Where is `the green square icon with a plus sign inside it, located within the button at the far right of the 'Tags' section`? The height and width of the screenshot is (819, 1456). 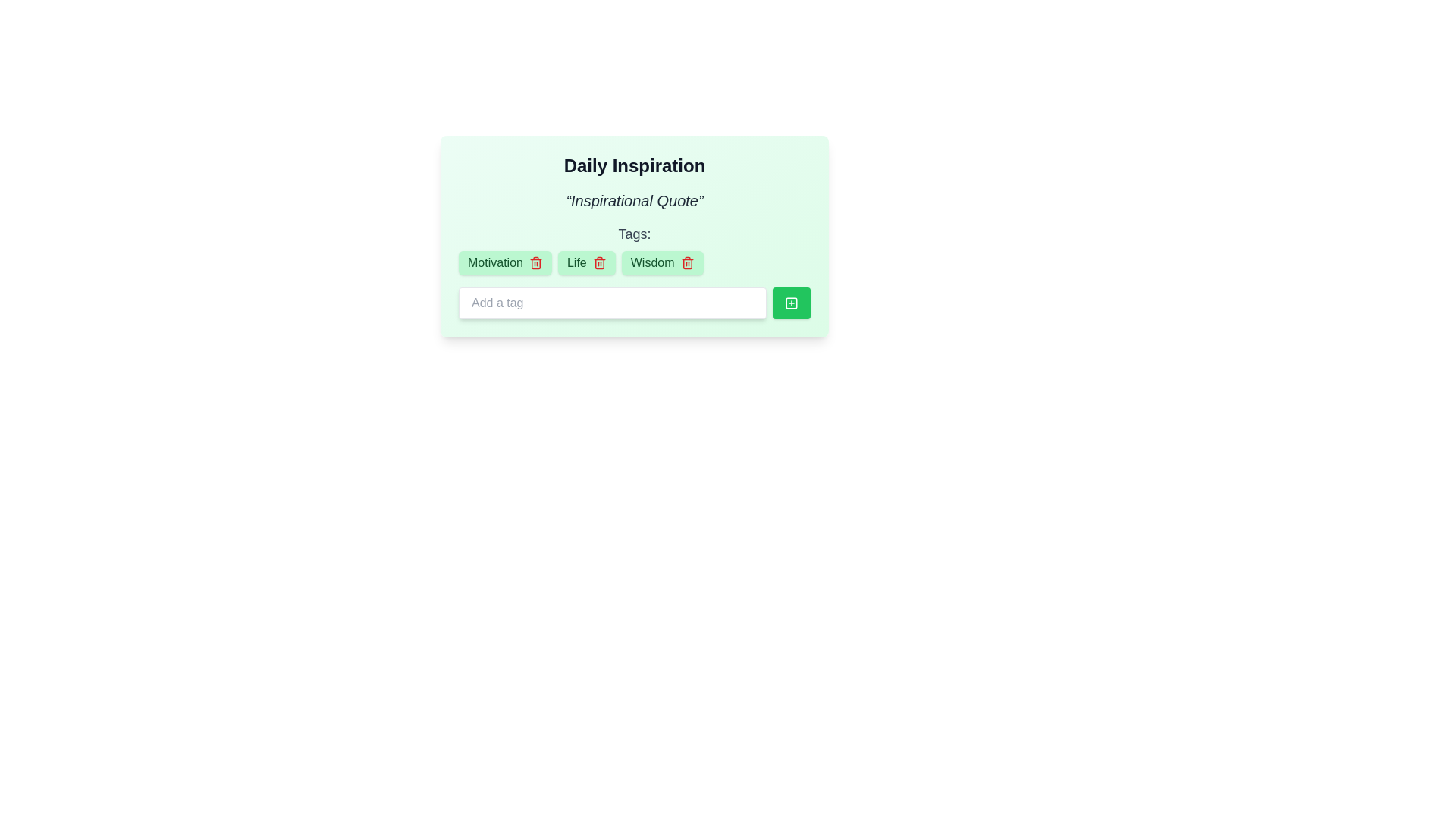
the green square icon with a plus sign inside it, located within the button at the far right of the 'Tags' section is located at coordinates (790, 303).